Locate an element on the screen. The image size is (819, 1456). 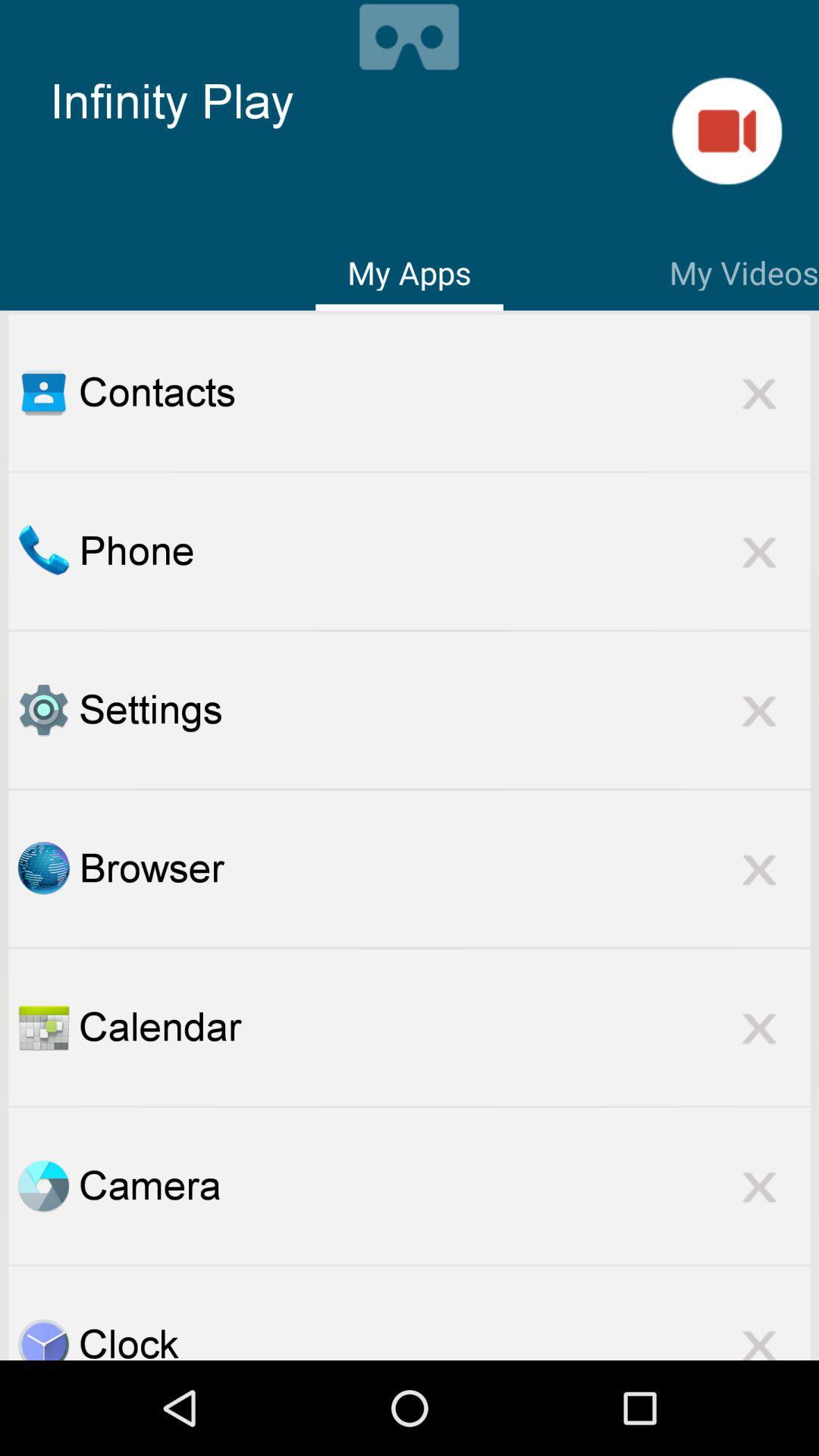
the calender is located at coordinates (42, 1027).